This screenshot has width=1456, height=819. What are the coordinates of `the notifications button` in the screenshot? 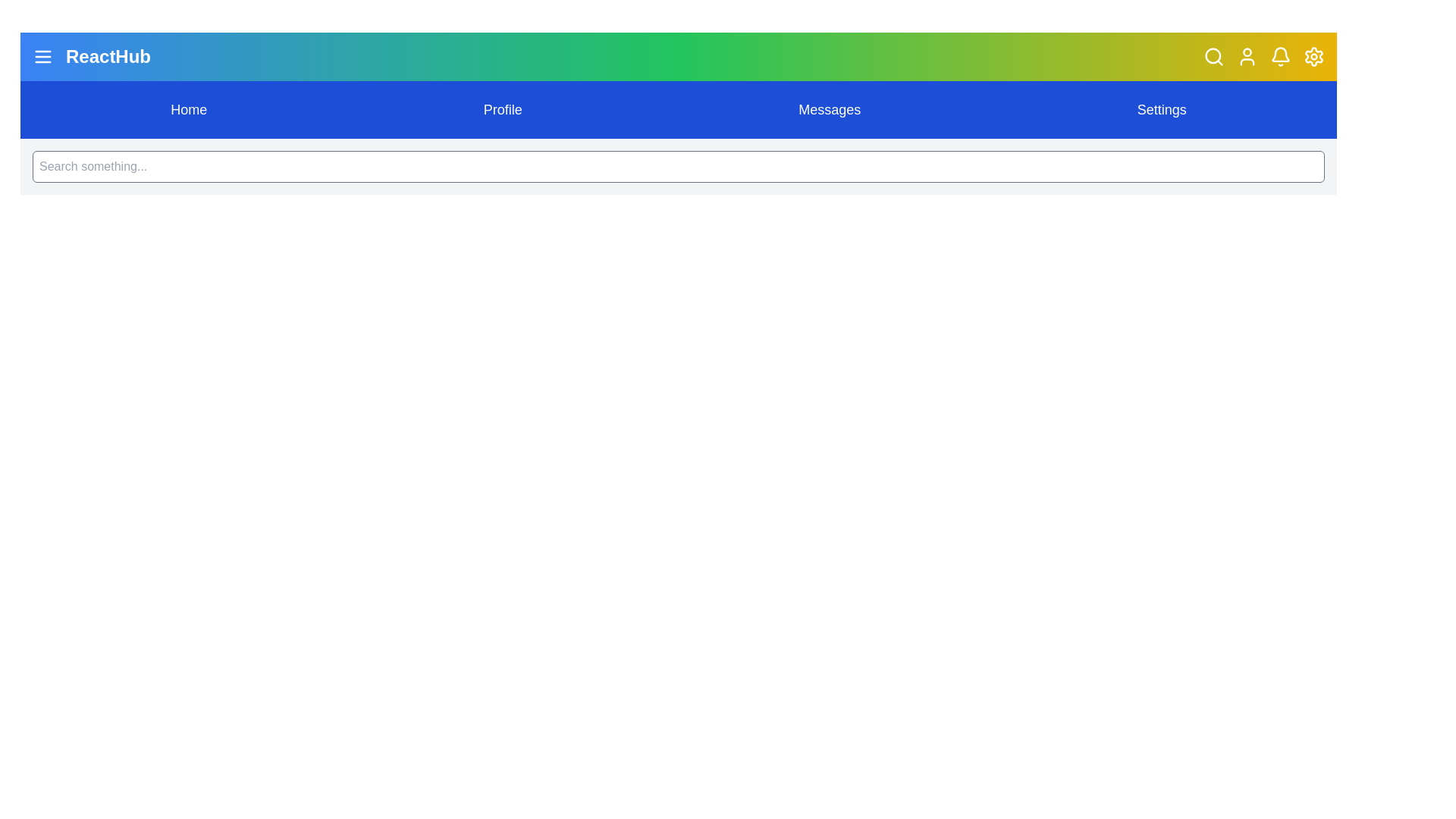 It's located at (1280, 55).